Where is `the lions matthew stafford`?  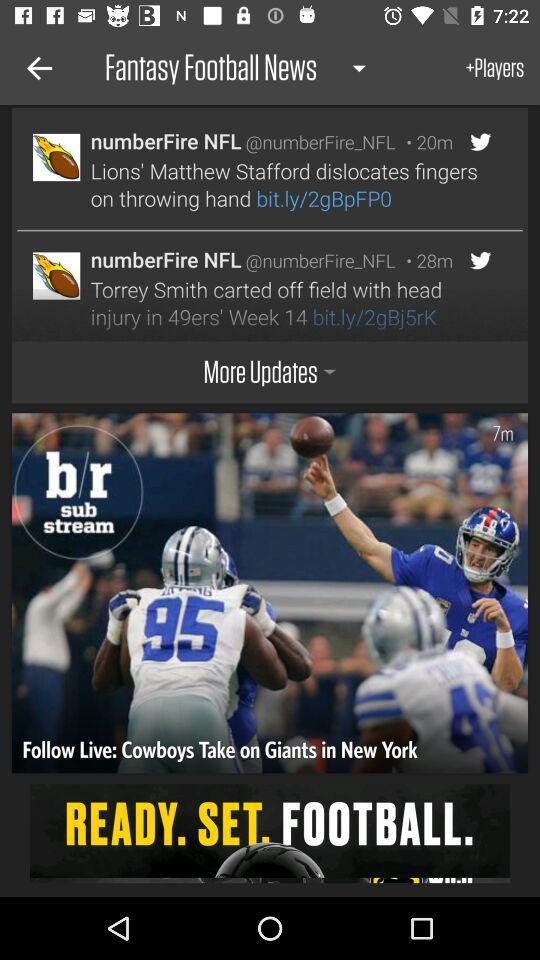 the lions matthew stafford is located at coordinates (287, 184).